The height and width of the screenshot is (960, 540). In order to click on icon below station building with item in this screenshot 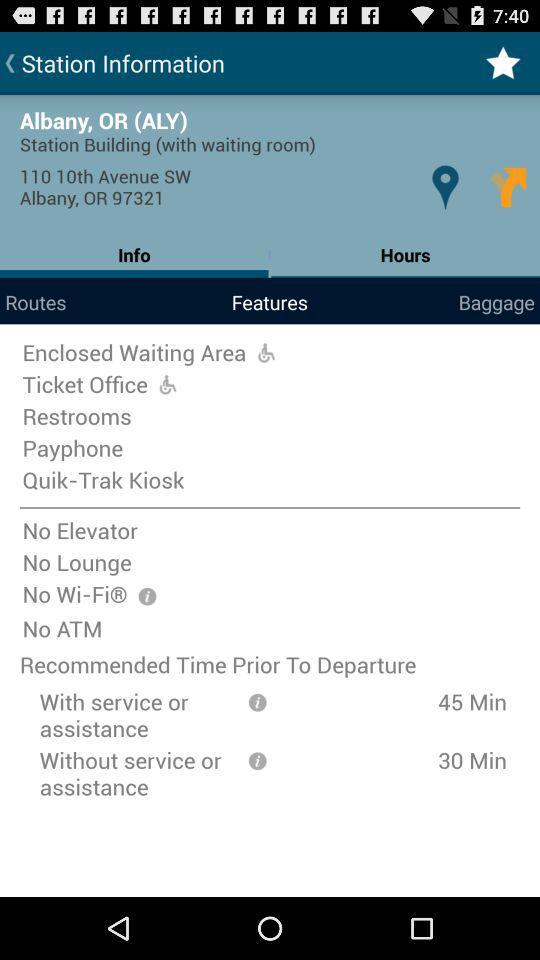, I will do `click(508, 187)`.